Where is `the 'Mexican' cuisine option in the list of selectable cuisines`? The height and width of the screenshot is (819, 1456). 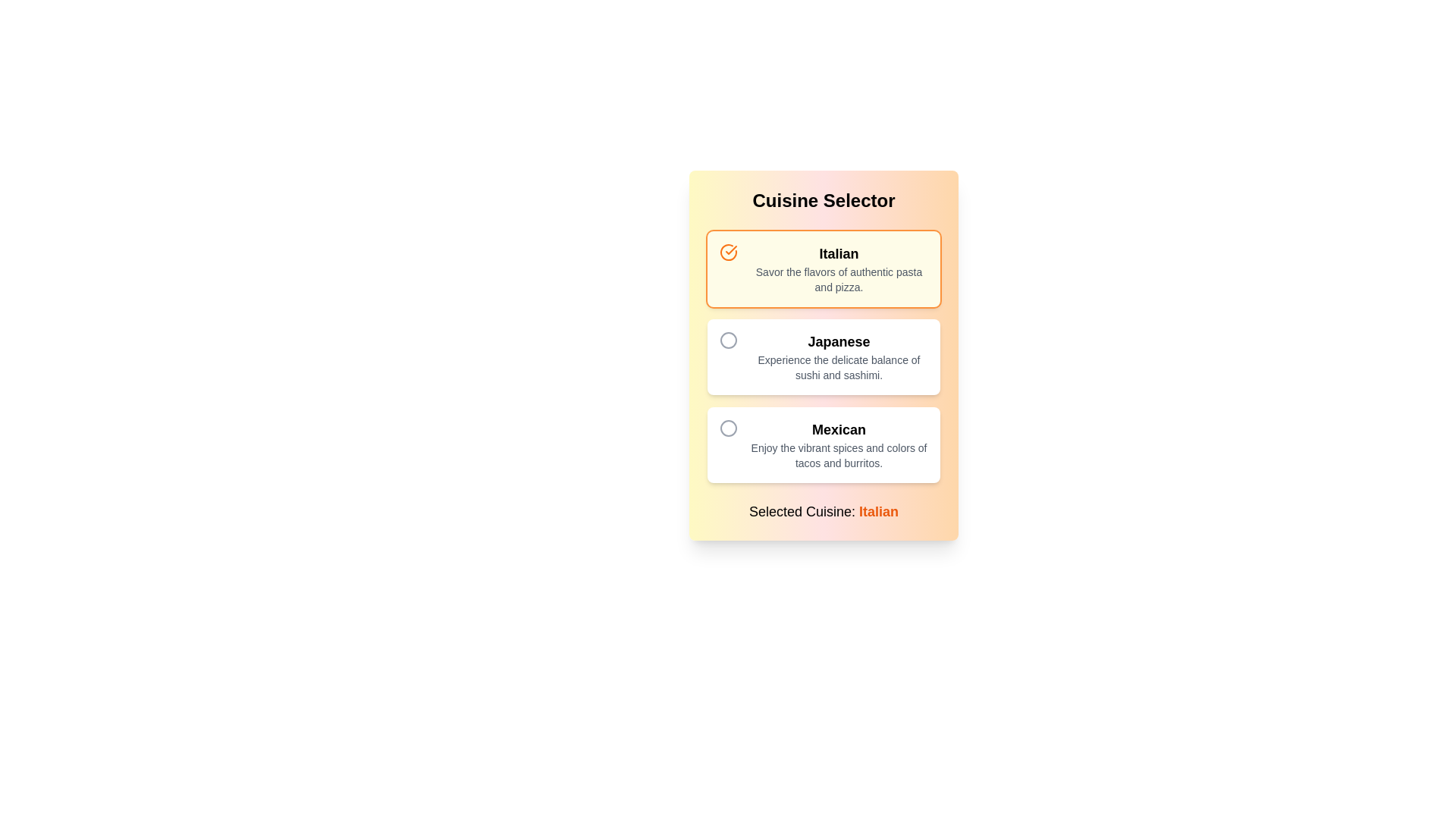 the 'Mexican' cuisine option in the list of selectable cuisines is located at coordinates (838, 444).